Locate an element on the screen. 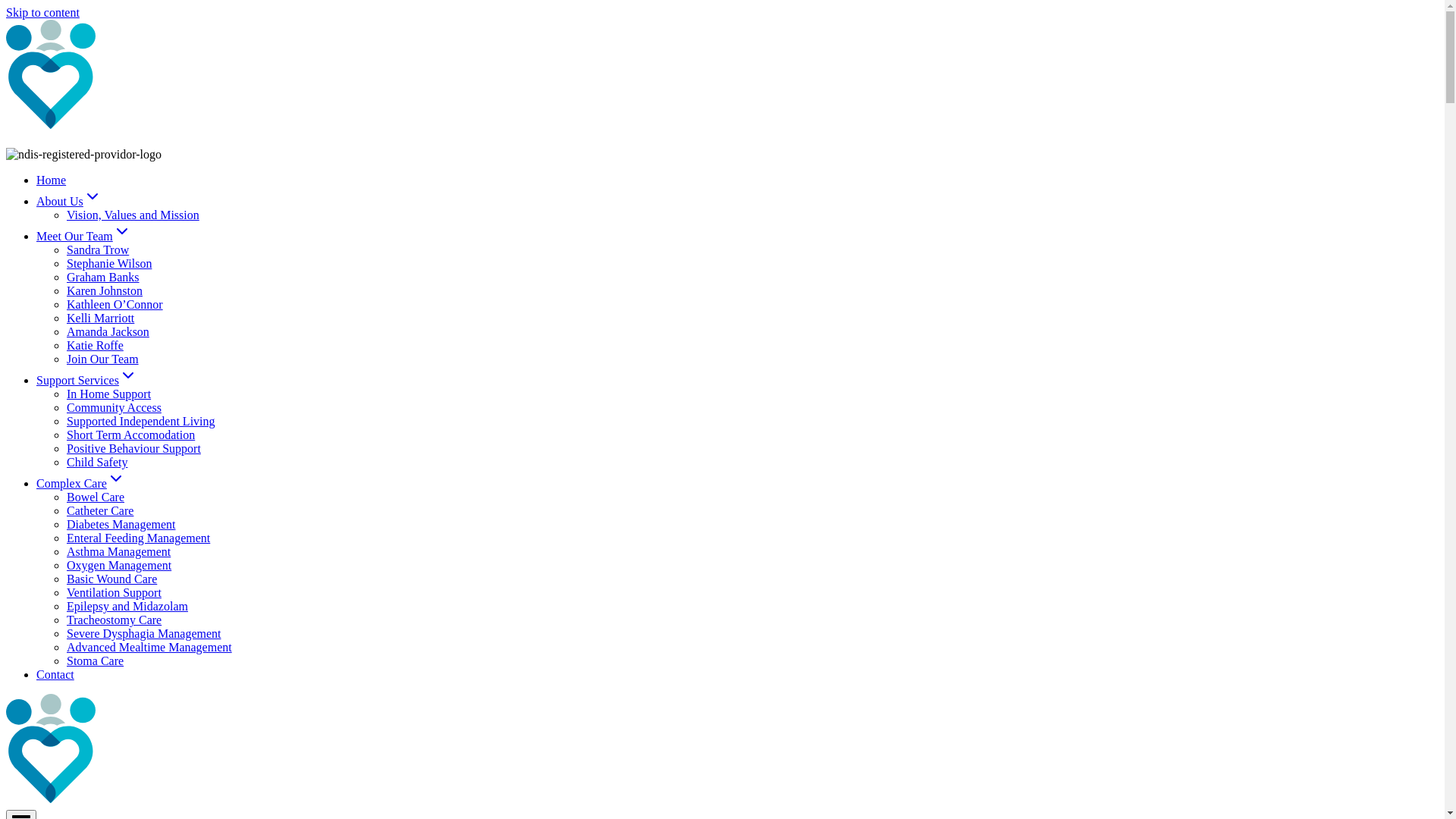 The image size is (1456, 819). 'Home' is located at coordinates (36, 179).